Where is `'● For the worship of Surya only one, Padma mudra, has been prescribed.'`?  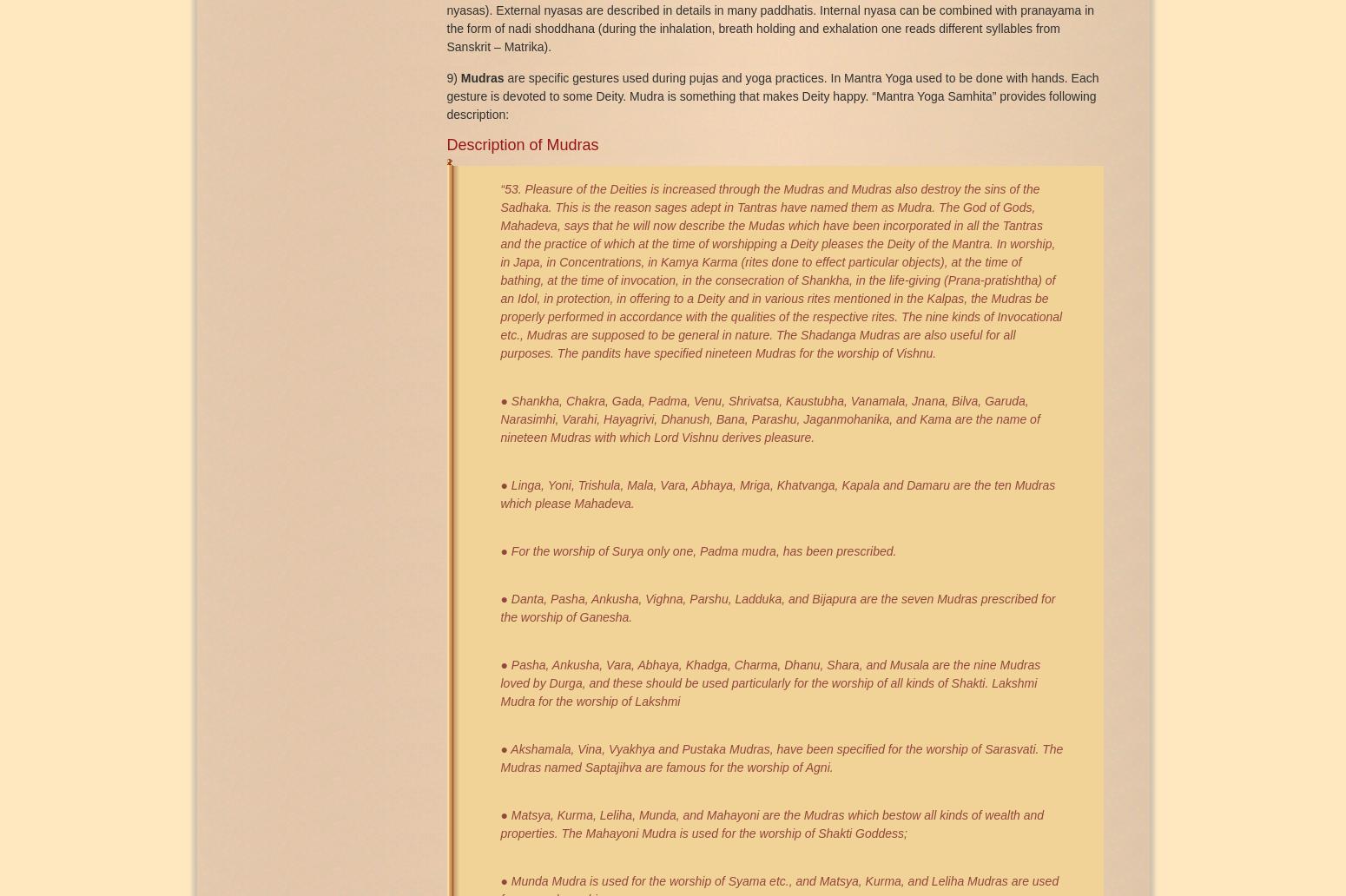 '● For the worship of Surya only one, Padma mudra, has been prescribed.' is located at coordinates (696, 550).